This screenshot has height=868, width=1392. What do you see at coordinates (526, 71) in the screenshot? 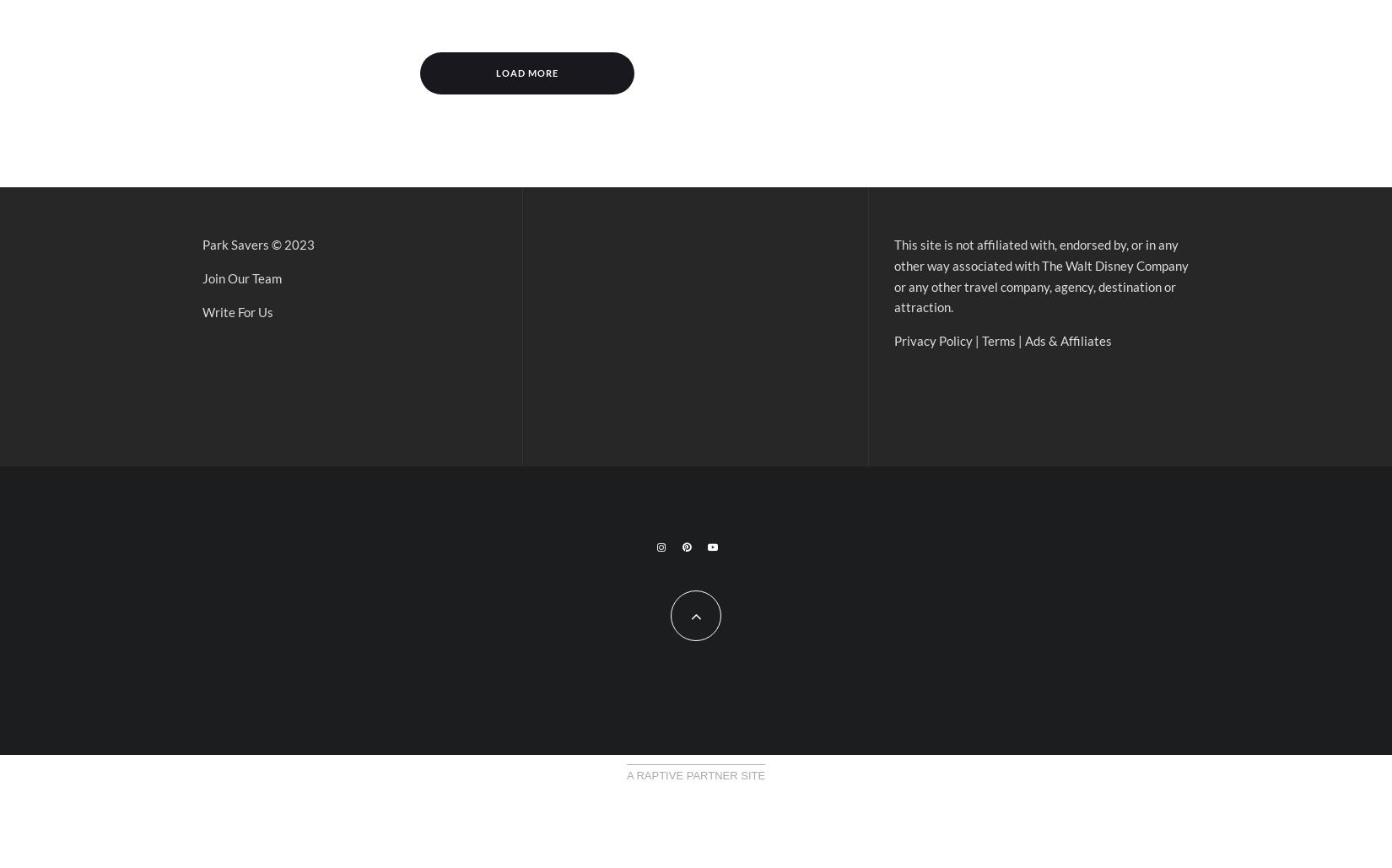
I see `'Load More'` at bounding box center [526, 71].